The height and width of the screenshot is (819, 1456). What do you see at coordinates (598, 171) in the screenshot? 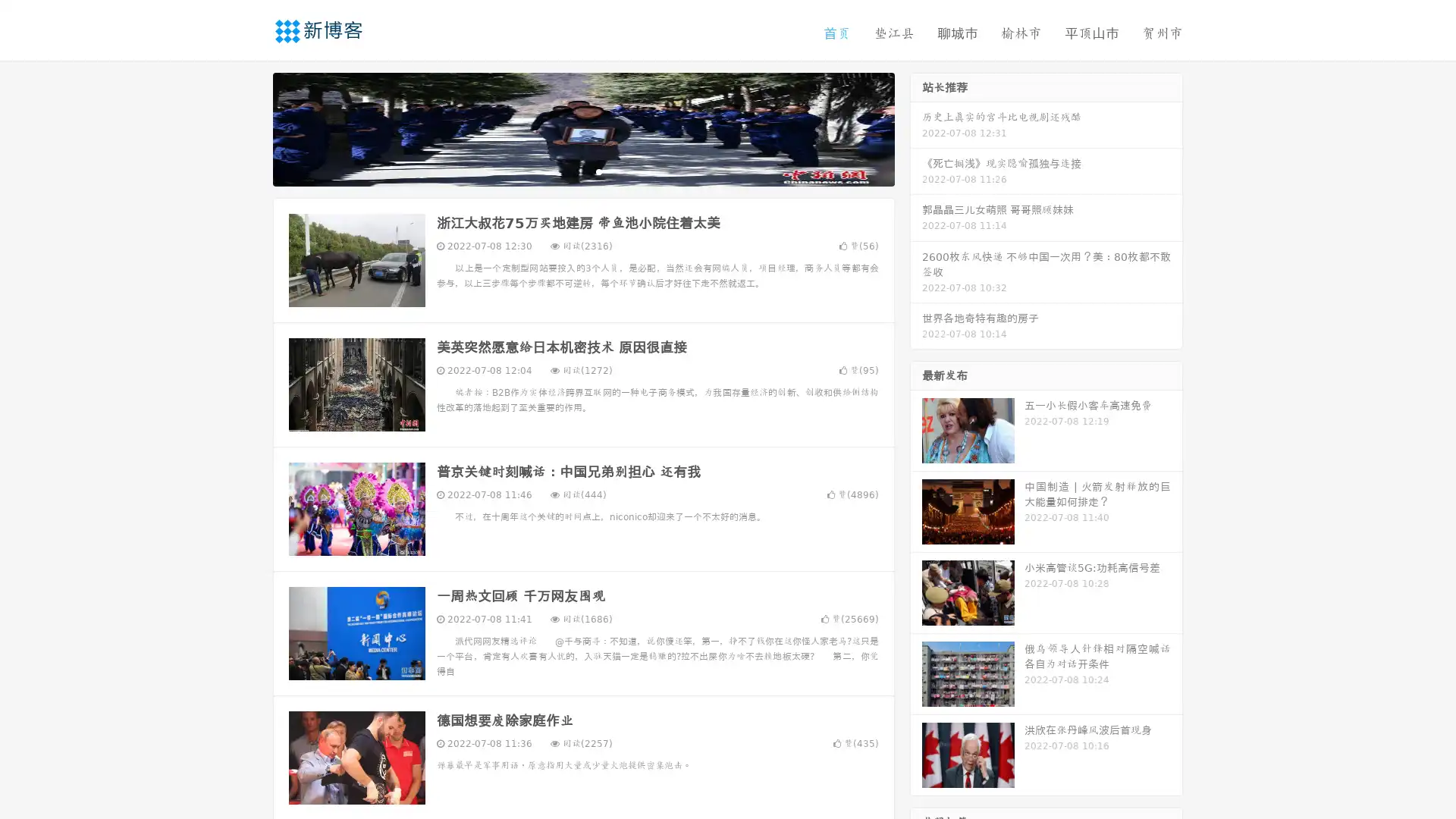
I see `Go to slide 3` at bounding box center [598, 171].